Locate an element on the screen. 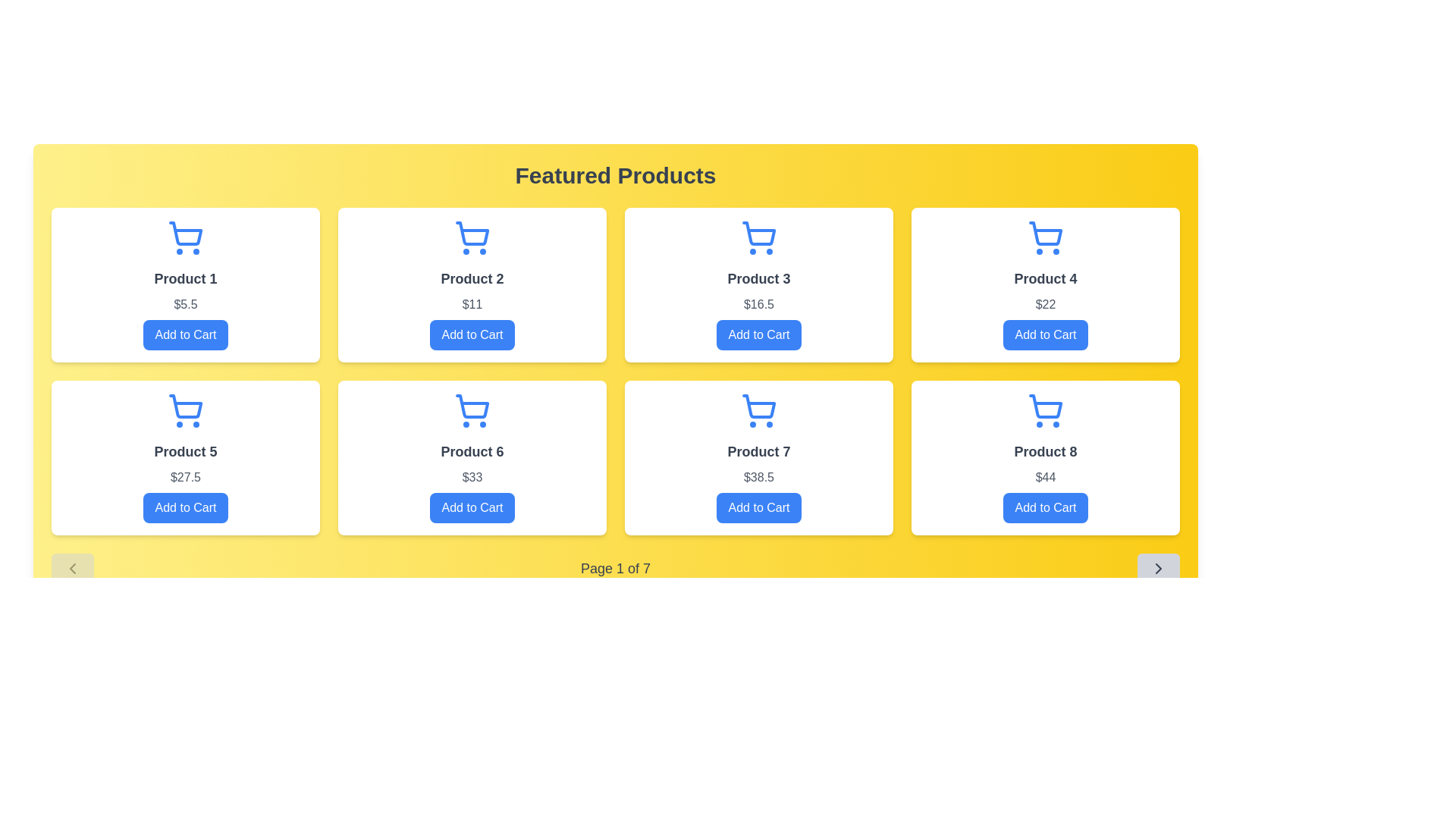 This screenshot has height=819, width=1456. the blue shopping cart icon located at the top center of the 'Product 8' card in the 'Featured Products' section for information is located at coordinates (1045, 406).